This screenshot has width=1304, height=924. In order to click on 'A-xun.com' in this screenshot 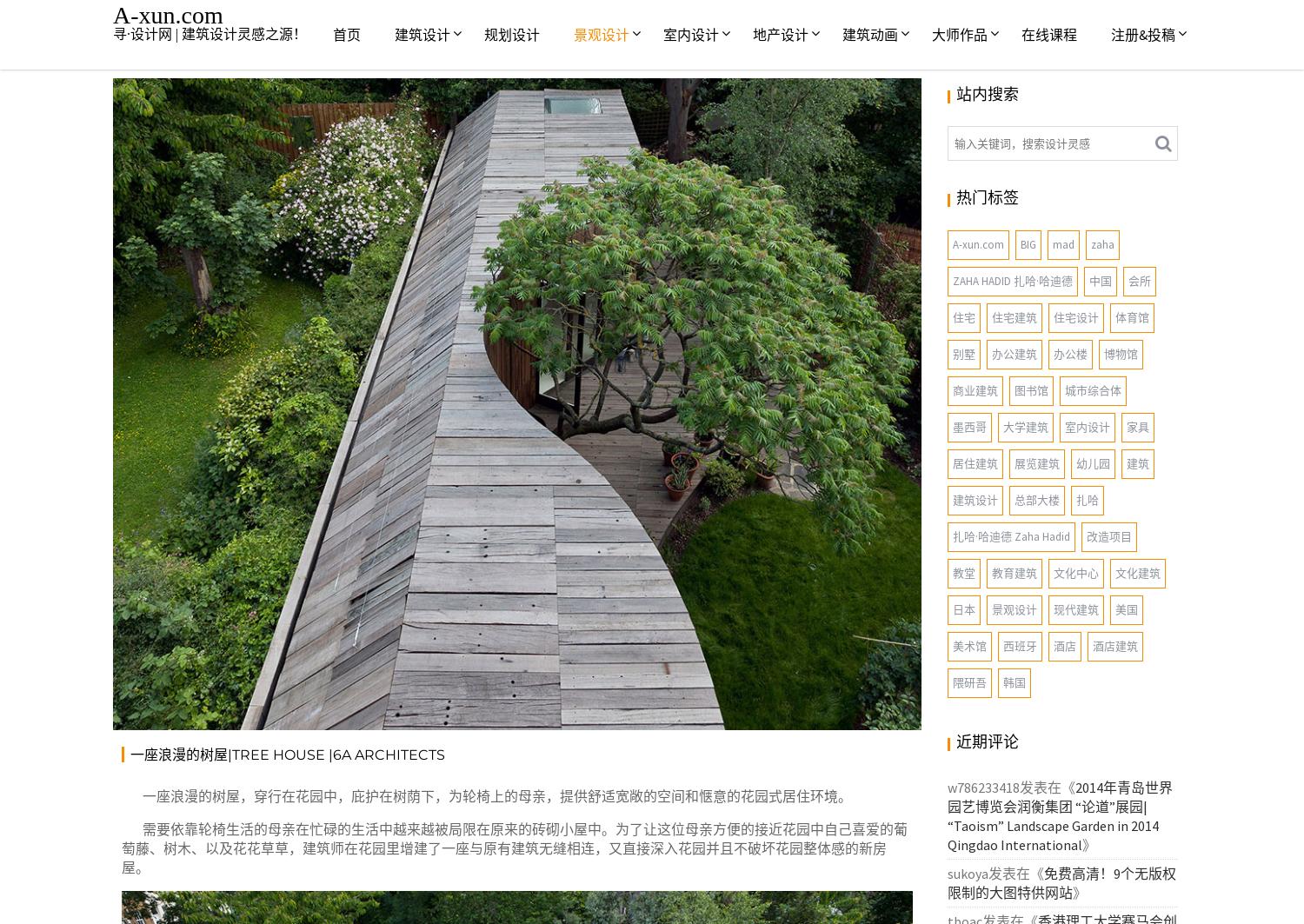, I will do `click(978, 243)`.